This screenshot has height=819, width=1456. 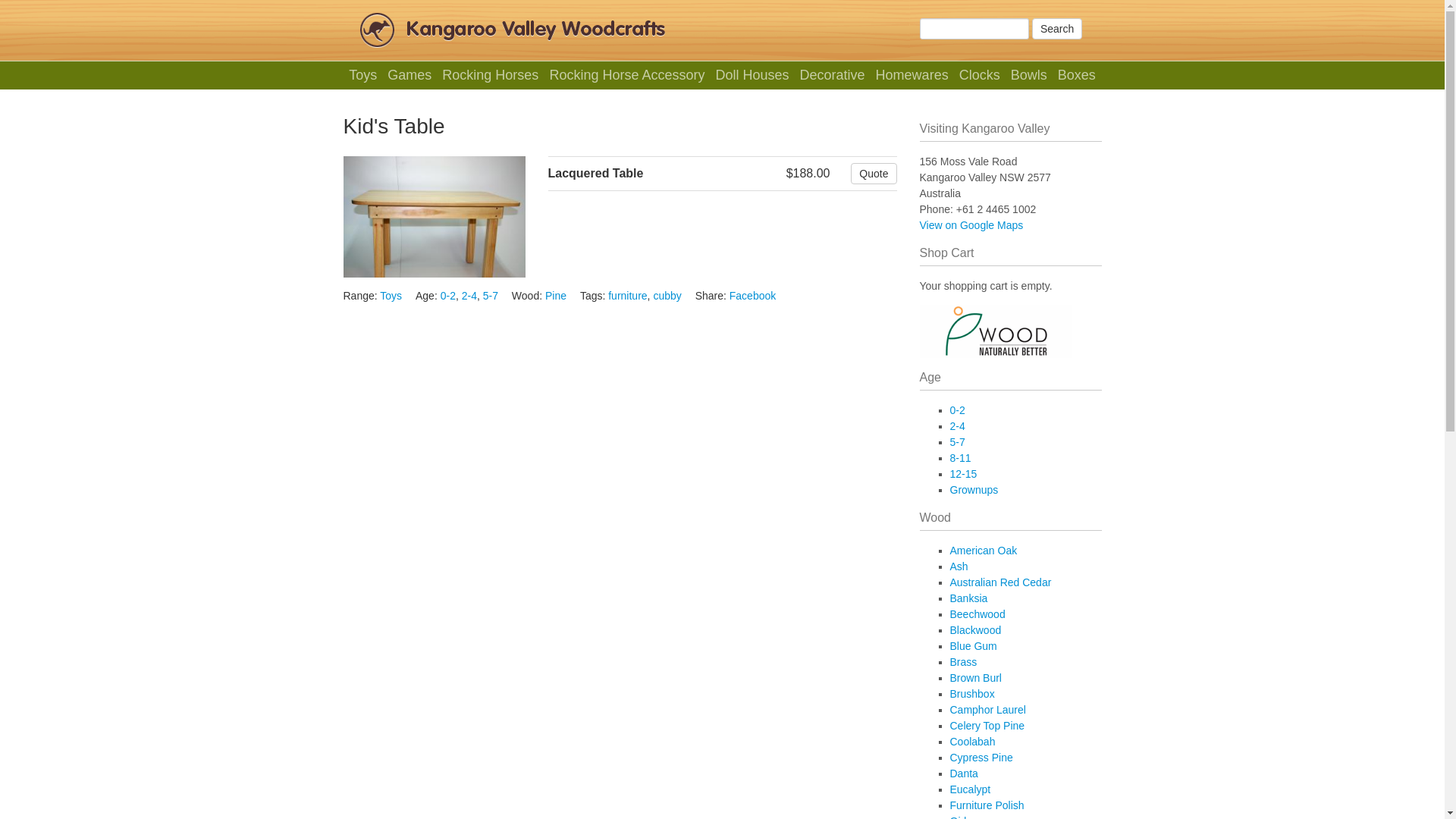 I want to click on 'Decorative', so click(x=831, y=75).